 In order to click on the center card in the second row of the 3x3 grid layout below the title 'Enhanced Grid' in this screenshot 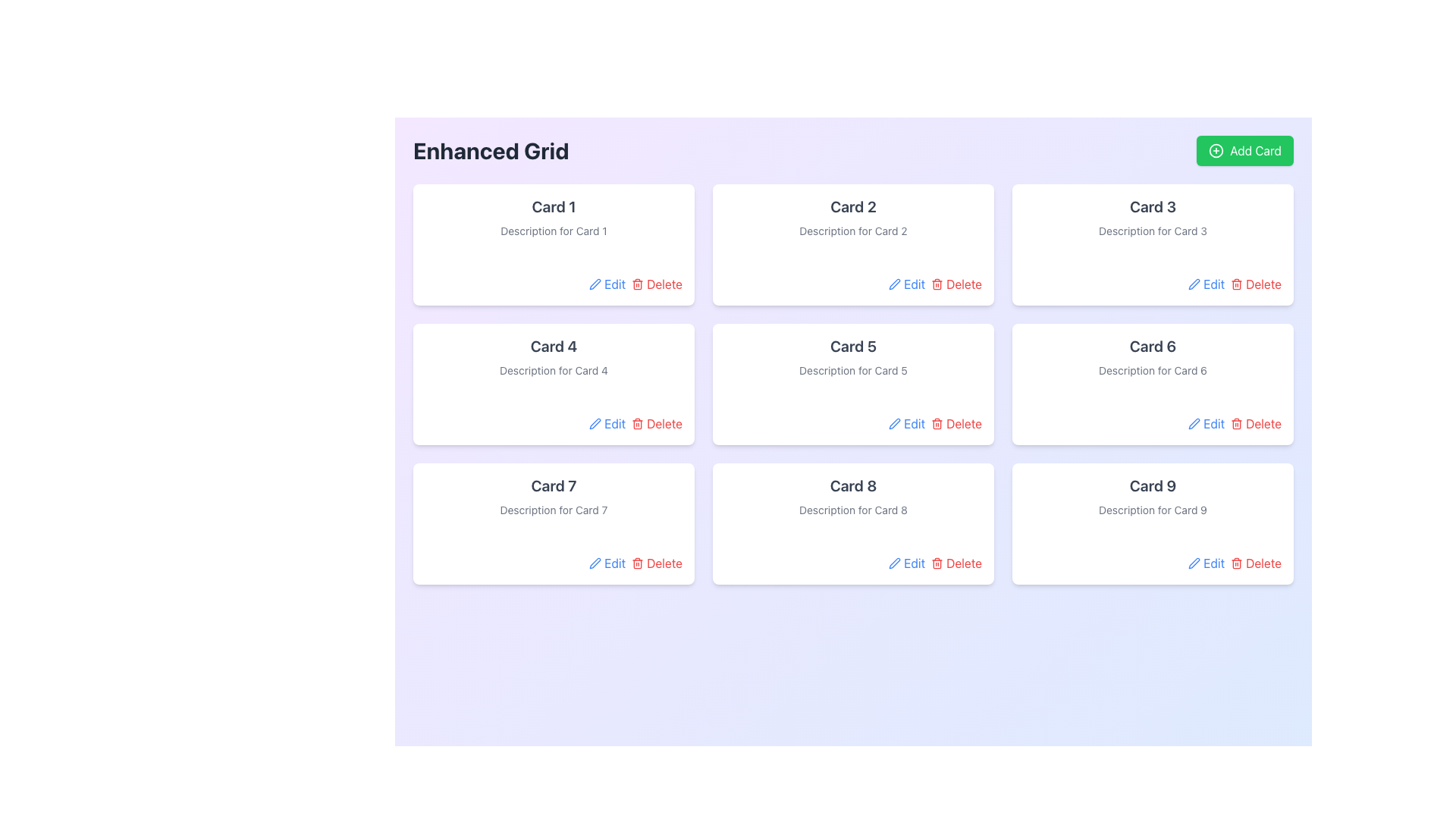, I will do `click(853, 356)`.